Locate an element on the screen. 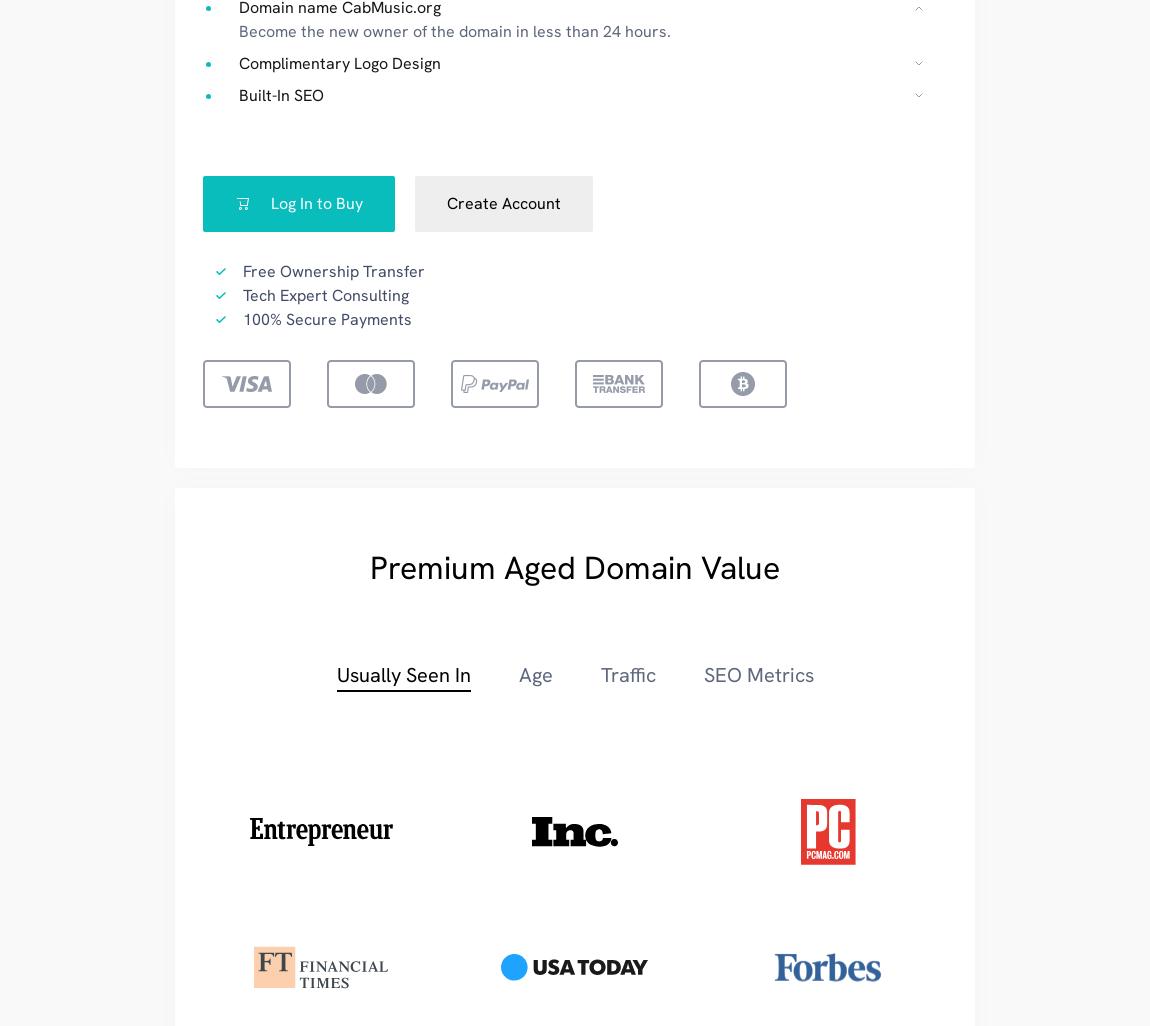 The image size is (1150, 1026). 'Free Ownership Transfer' is located at coordinates (333, 270).